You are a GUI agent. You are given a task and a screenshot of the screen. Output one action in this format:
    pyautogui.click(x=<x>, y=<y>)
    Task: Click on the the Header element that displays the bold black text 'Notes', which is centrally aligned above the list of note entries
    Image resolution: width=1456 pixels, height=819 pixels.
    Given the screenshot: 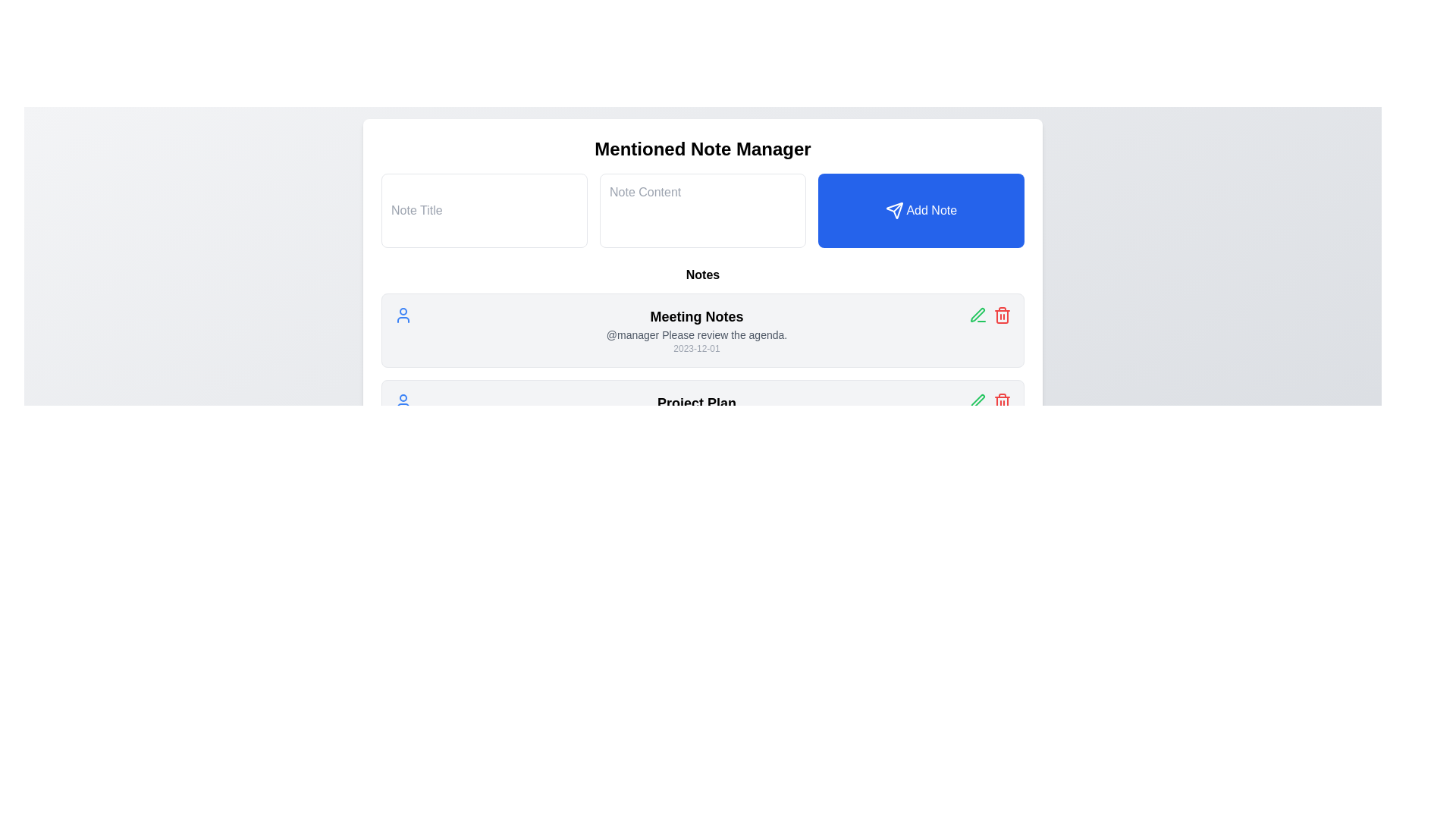 What is the action you would take?
    pyautogui.click(x=701, y=275)
    